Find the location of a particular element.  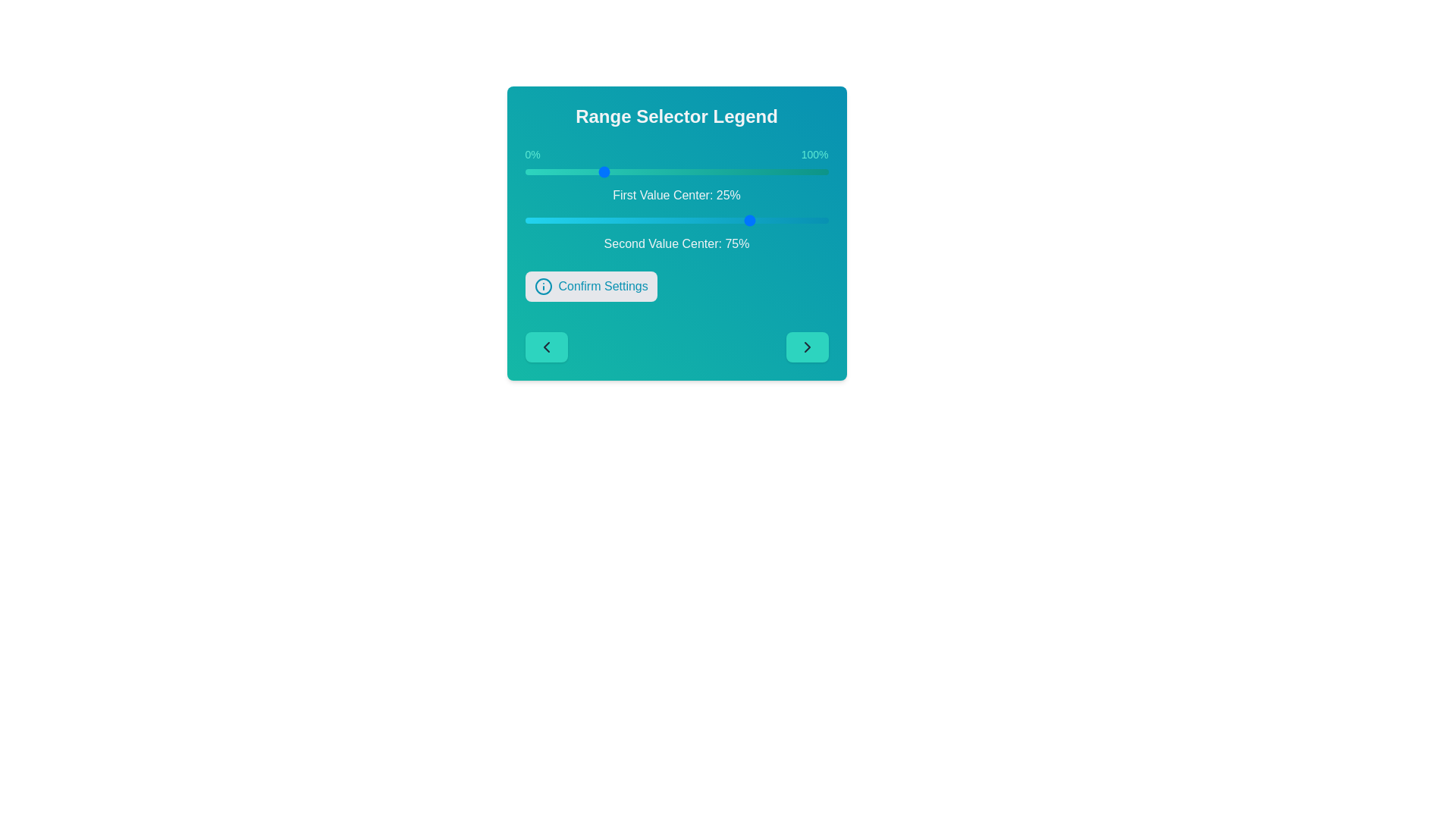

the slider value is located at coordinates (724, 220).